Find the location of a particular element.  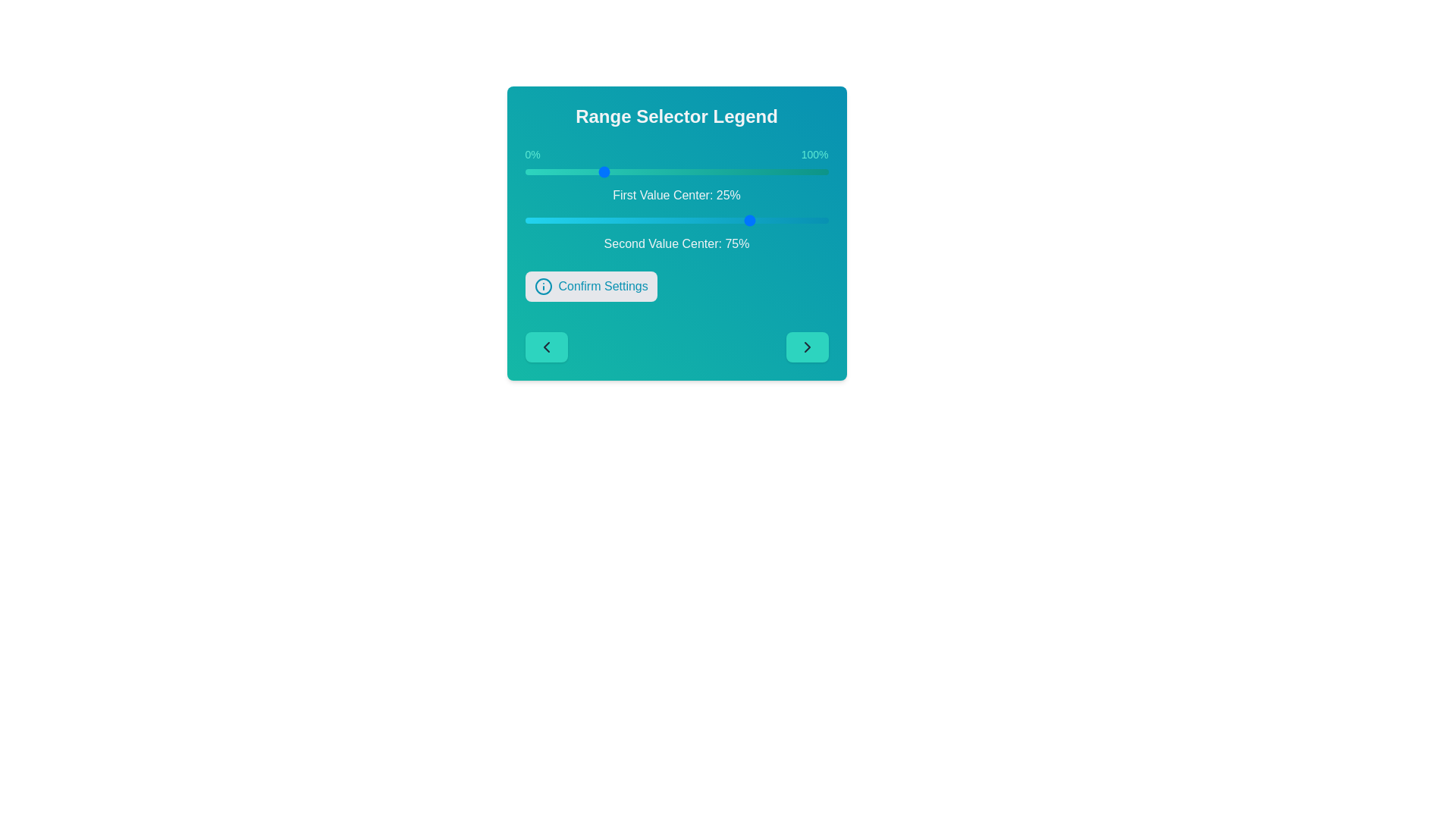

the slider value is located at coordinates (724, 220).